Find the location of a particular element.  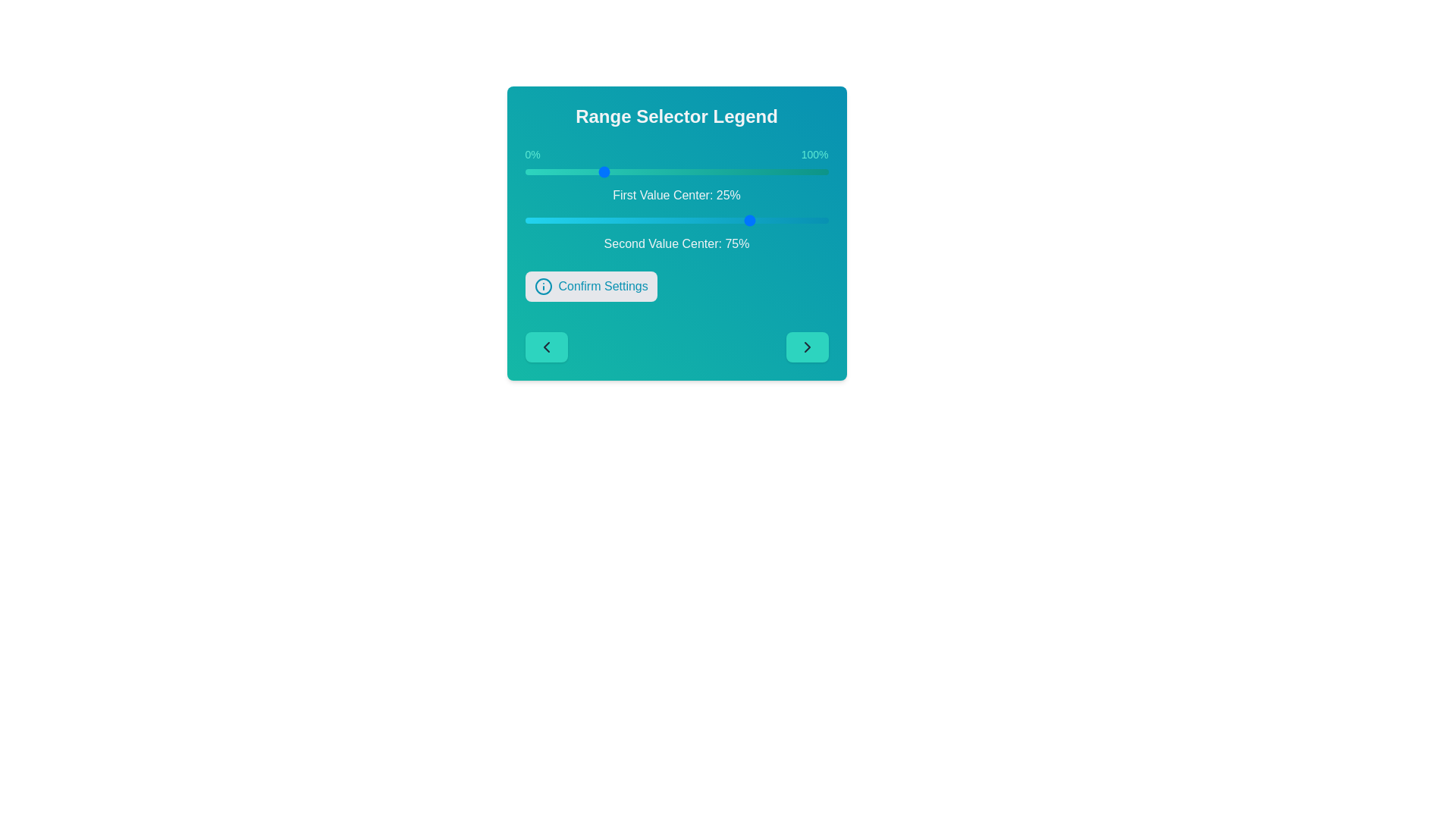

the slider value is located at coordinates (724, 220).